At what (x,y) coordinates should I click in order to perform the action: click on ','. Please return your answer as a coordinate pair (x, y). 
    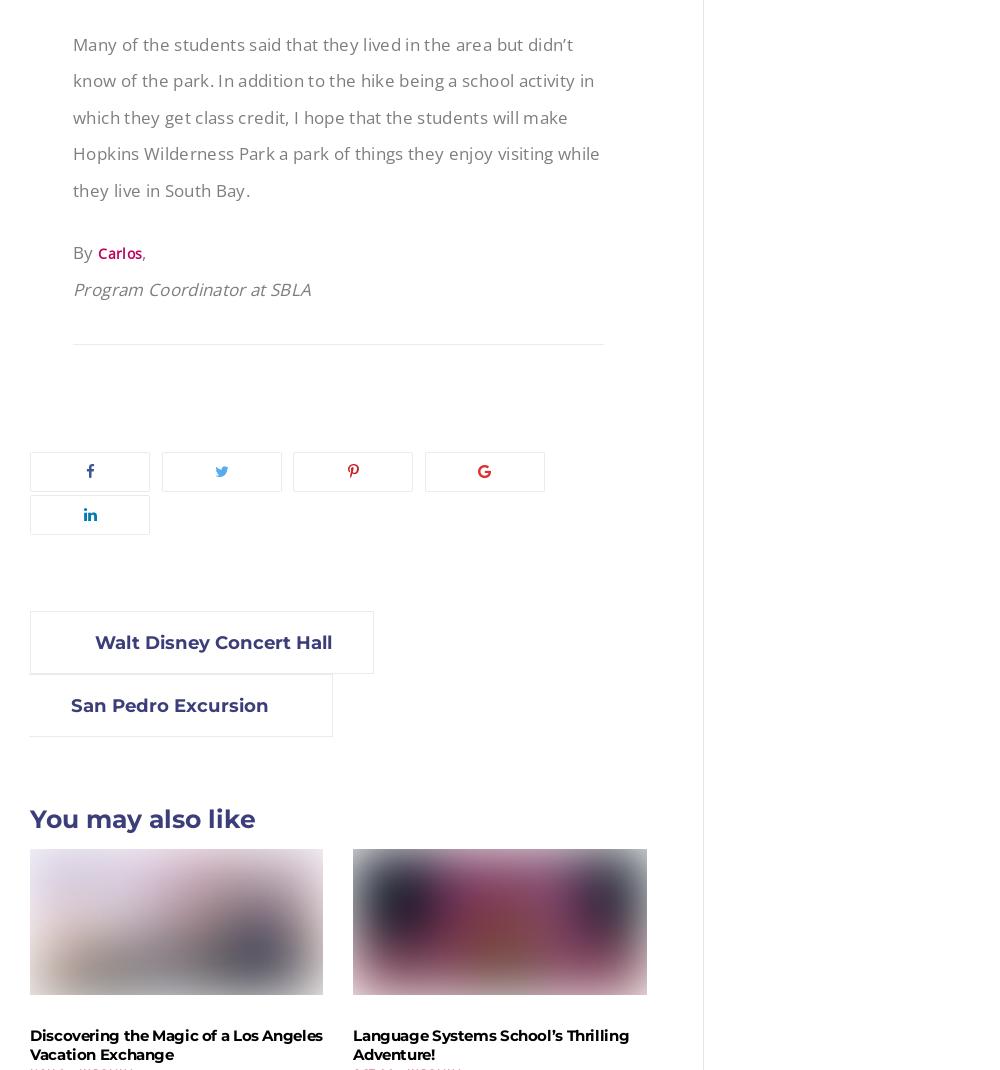
    Looking at the image, I should click on (144, 250).